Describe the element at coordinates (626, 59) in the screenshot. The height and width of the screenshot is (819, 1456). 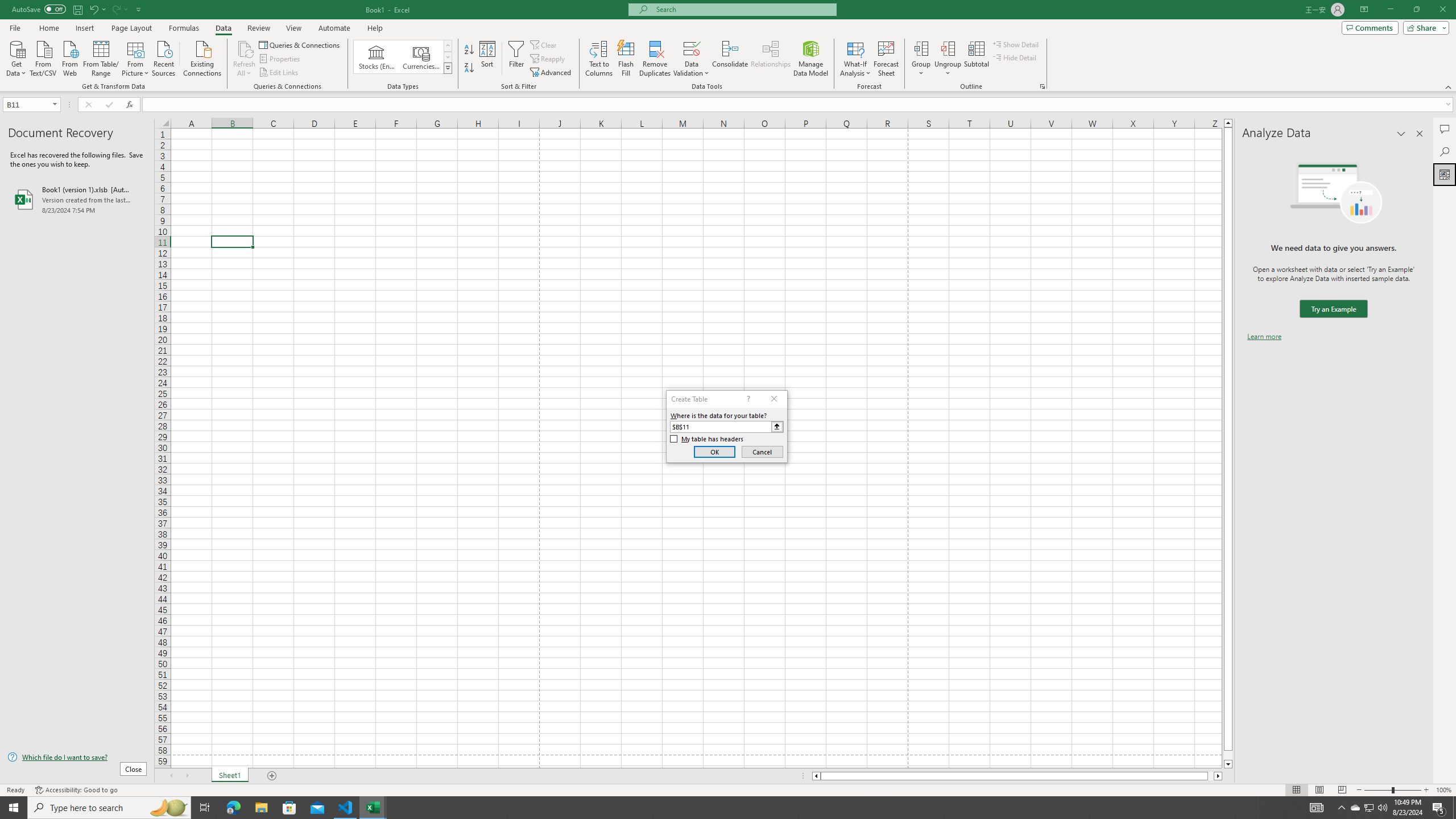
I see `'Flash Fill'` at that location.